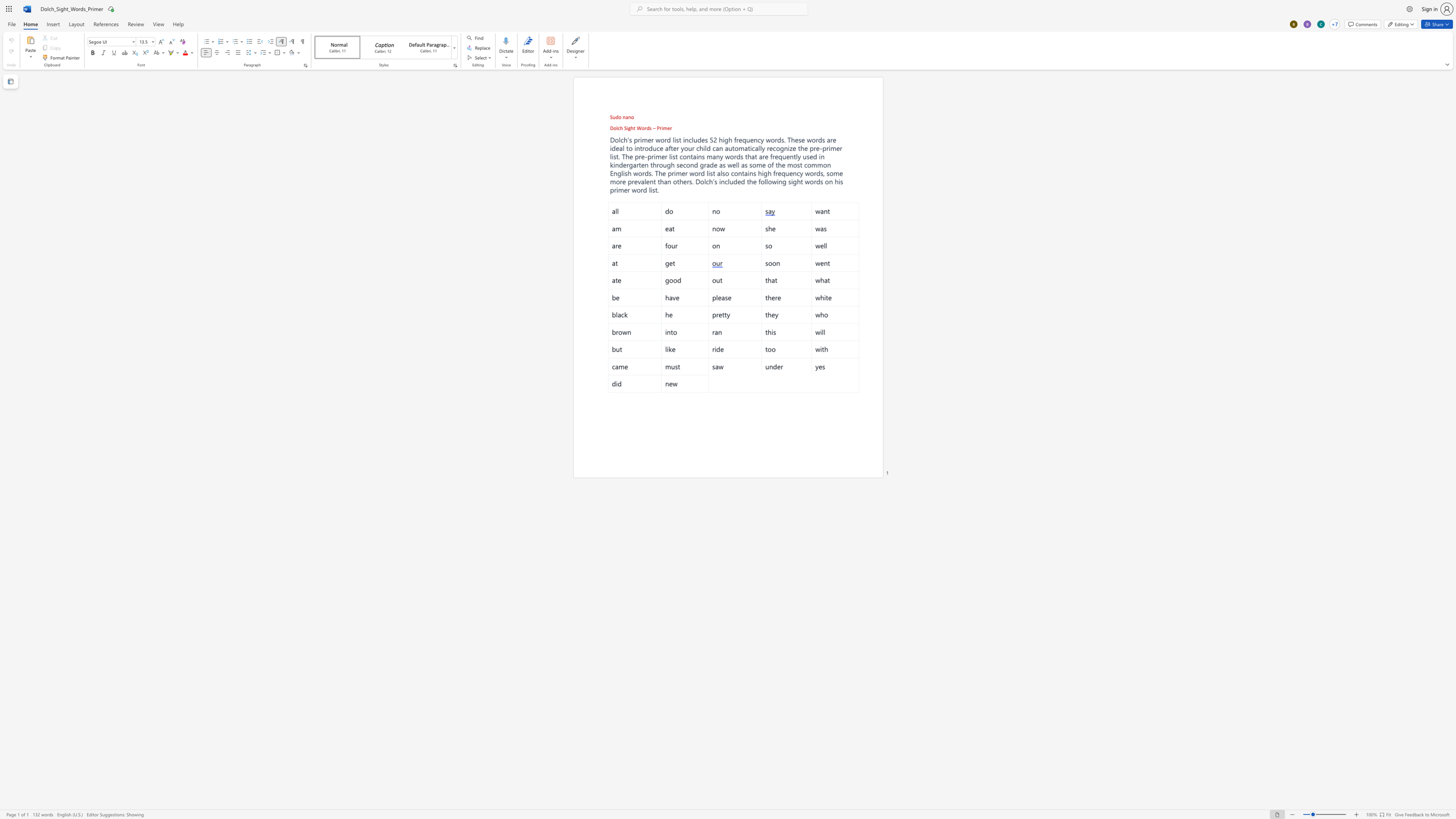  I want to click on the 1th character "t" in the text, so click(634, 128).